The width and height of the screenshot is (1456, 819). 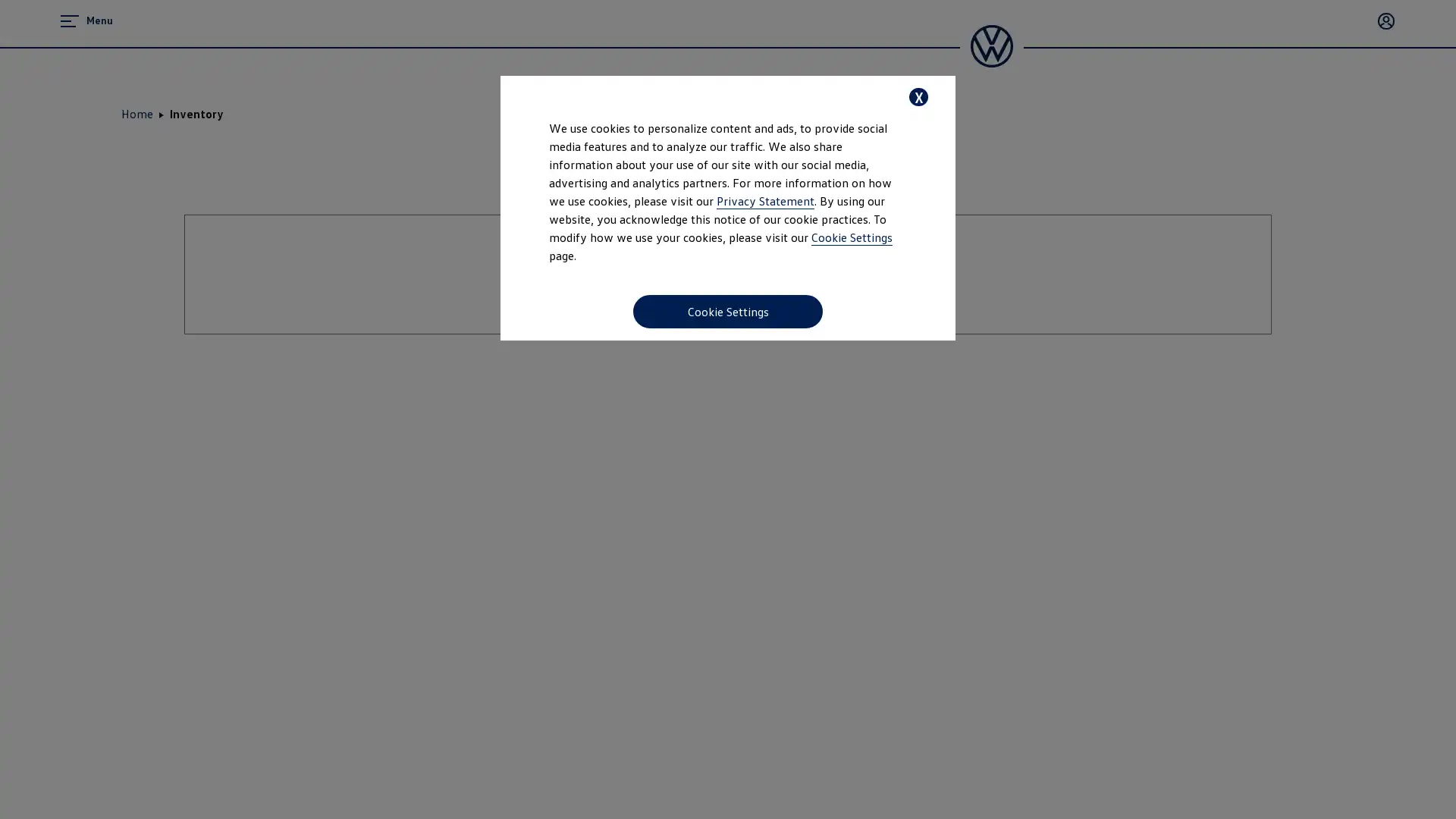 I want to click on Login, so click(x=1386, y=20).